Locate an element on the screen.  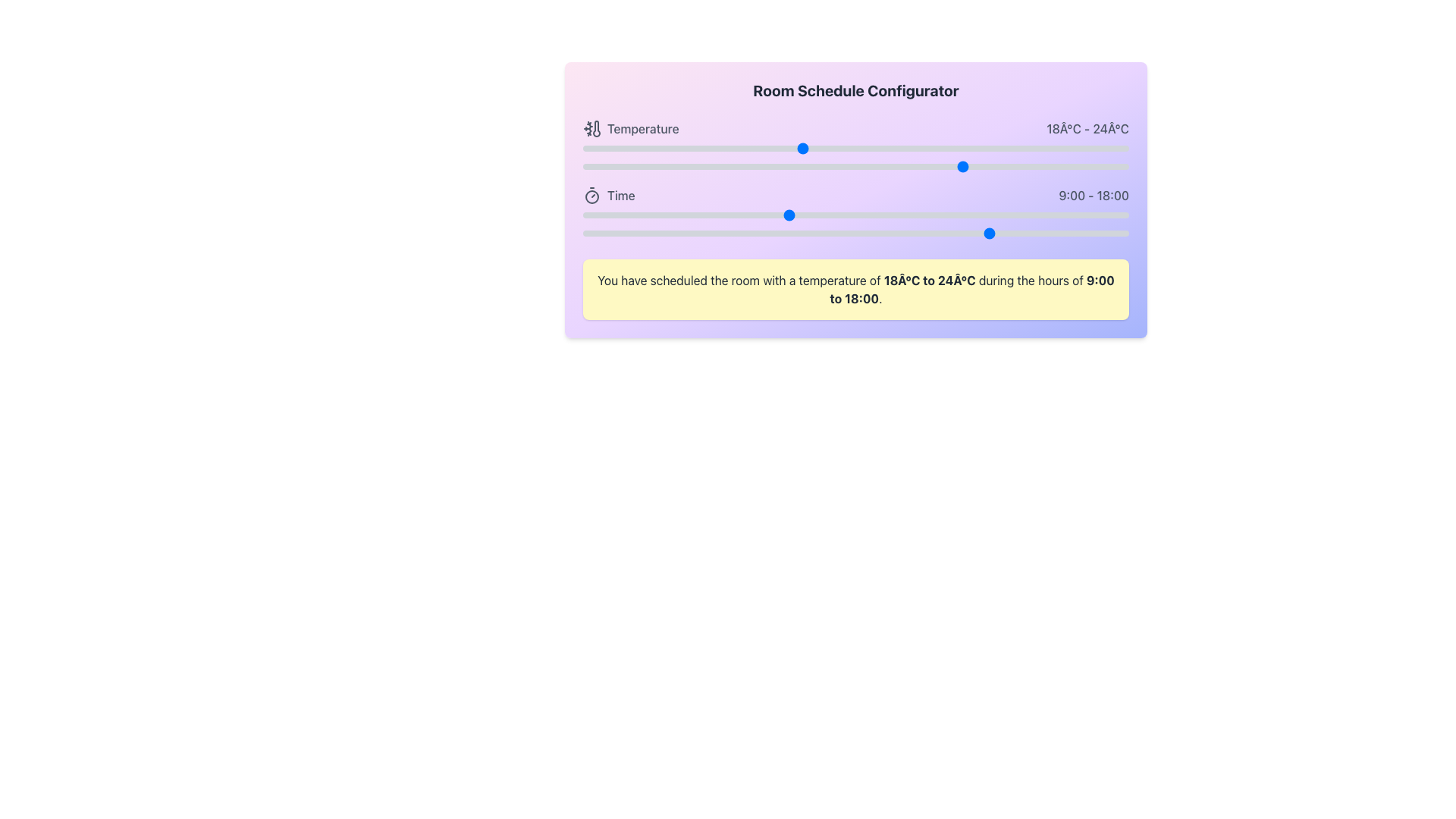
the time is located at coordinates (993, 234).